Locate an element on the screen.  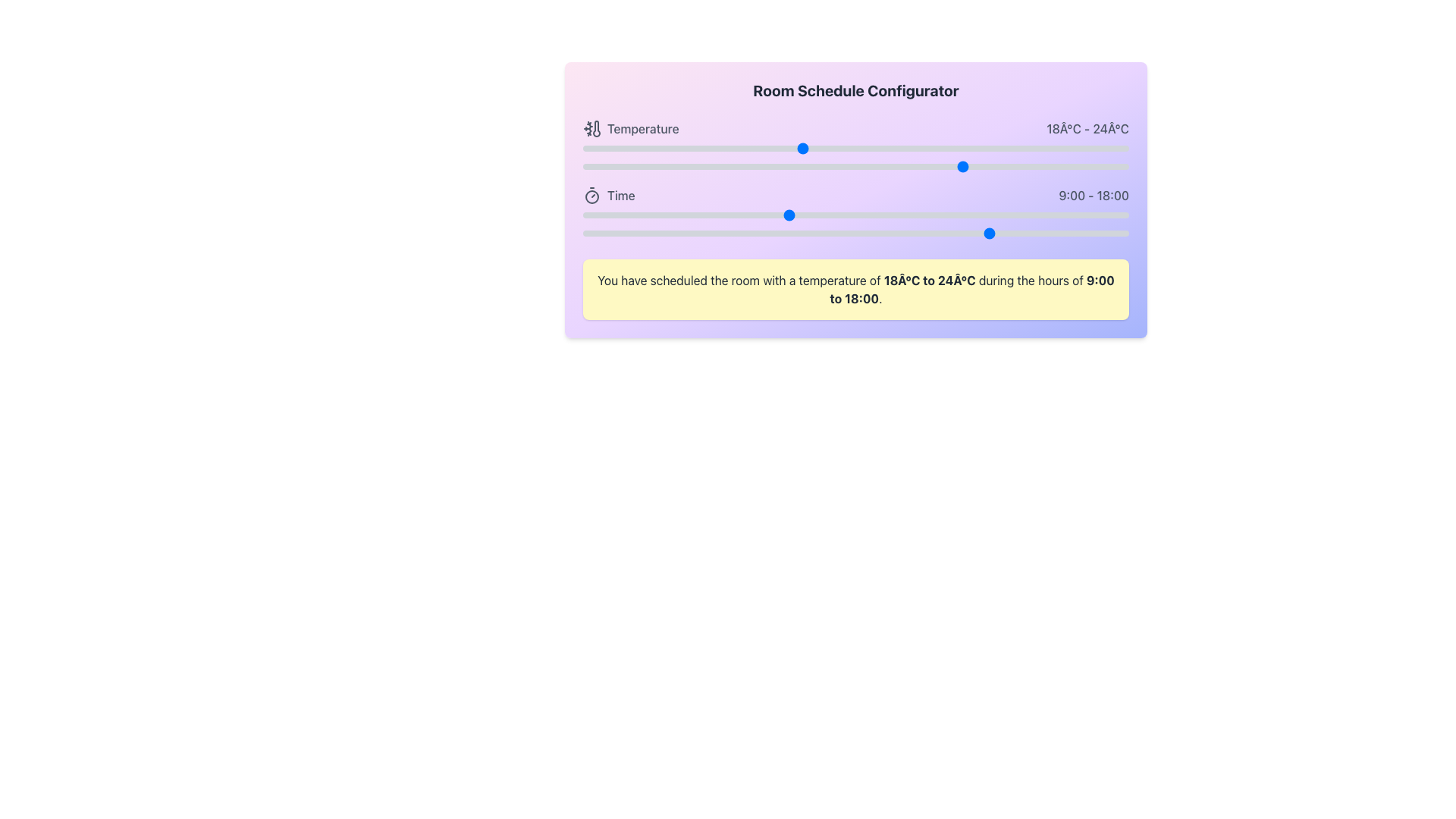
the time is located at coordinates (993, 234).